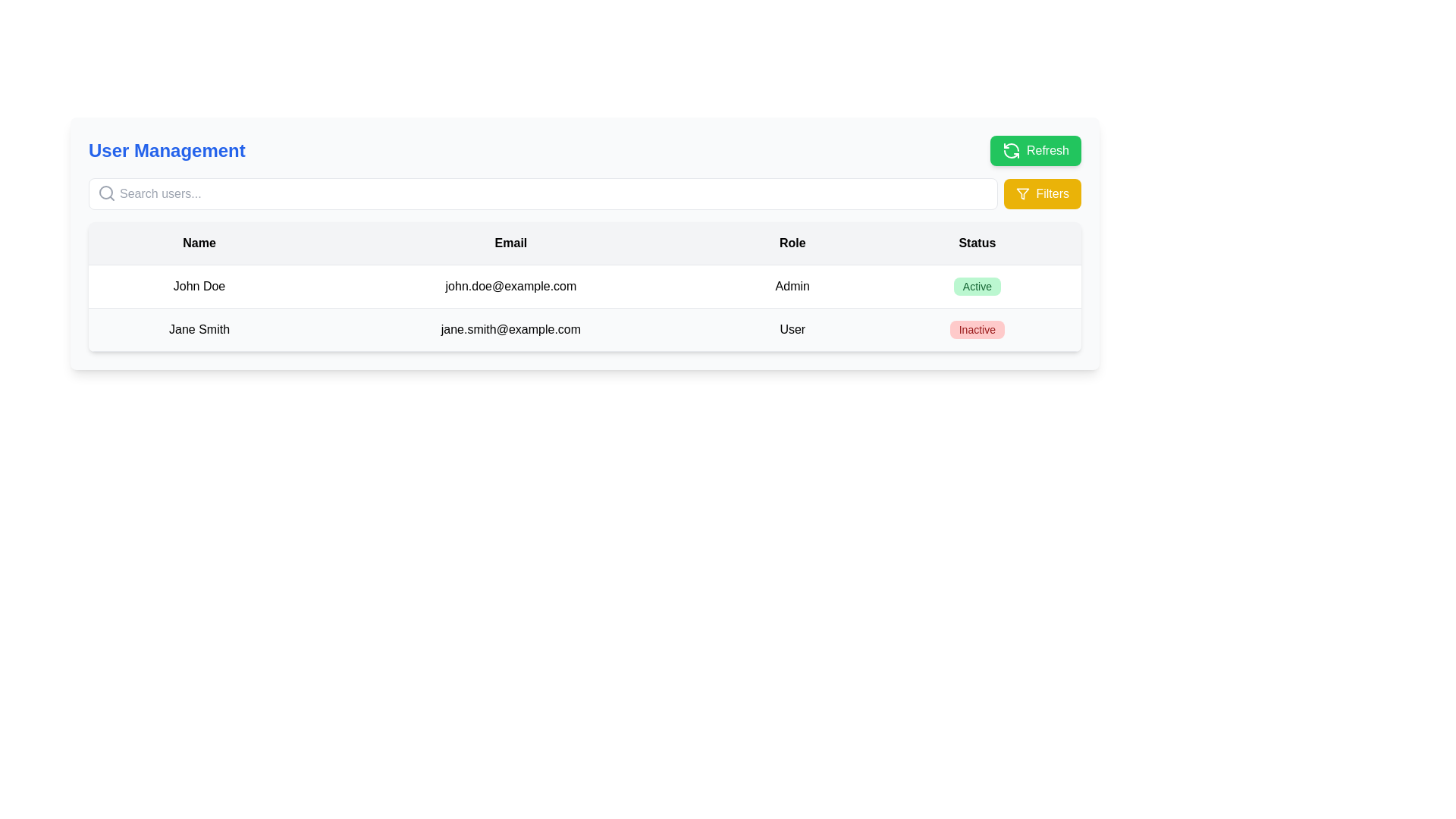 The width and height of the screenshot is (1456, 819). I want to click on the green 'Refresh' button located in the User Management section, which is positioned to the right of the 'Filters' keyword, so click(1034, 151).